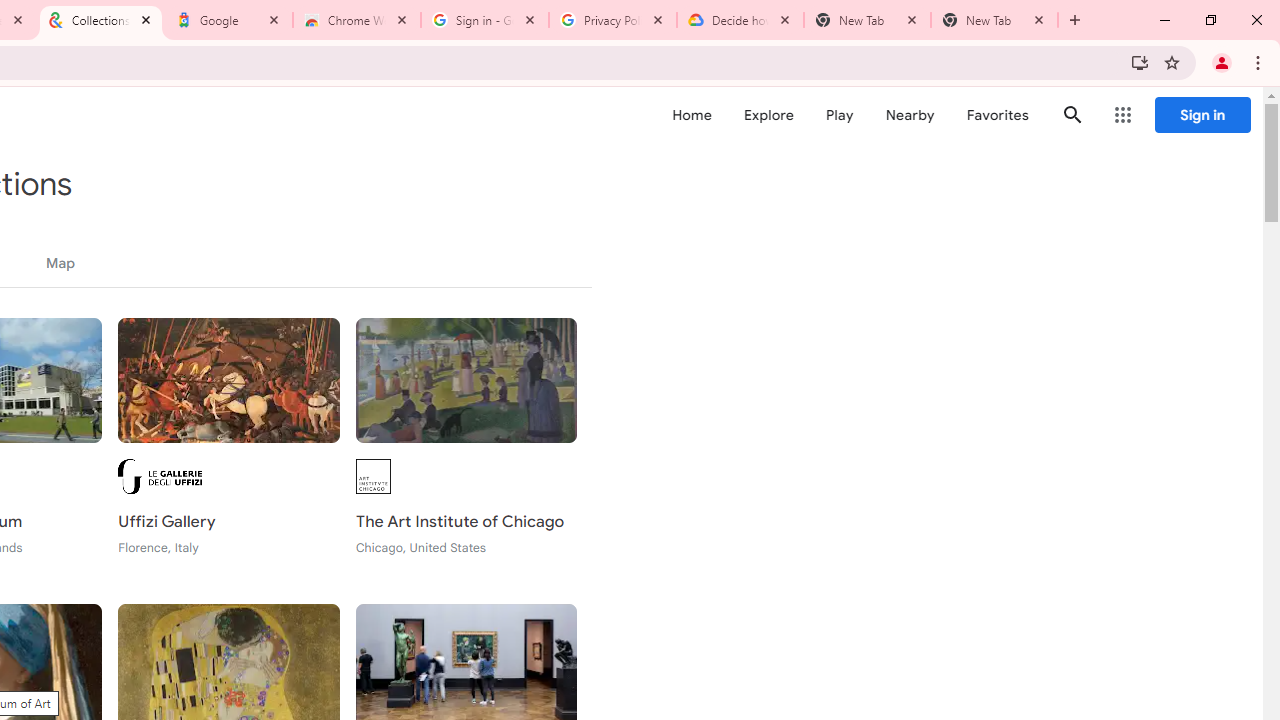  What do you see at coordinates (357, 20) in the screenshot?
I see `'Chrome Web Store - Color themes by Chrome'` at bounding box center [357, 20].